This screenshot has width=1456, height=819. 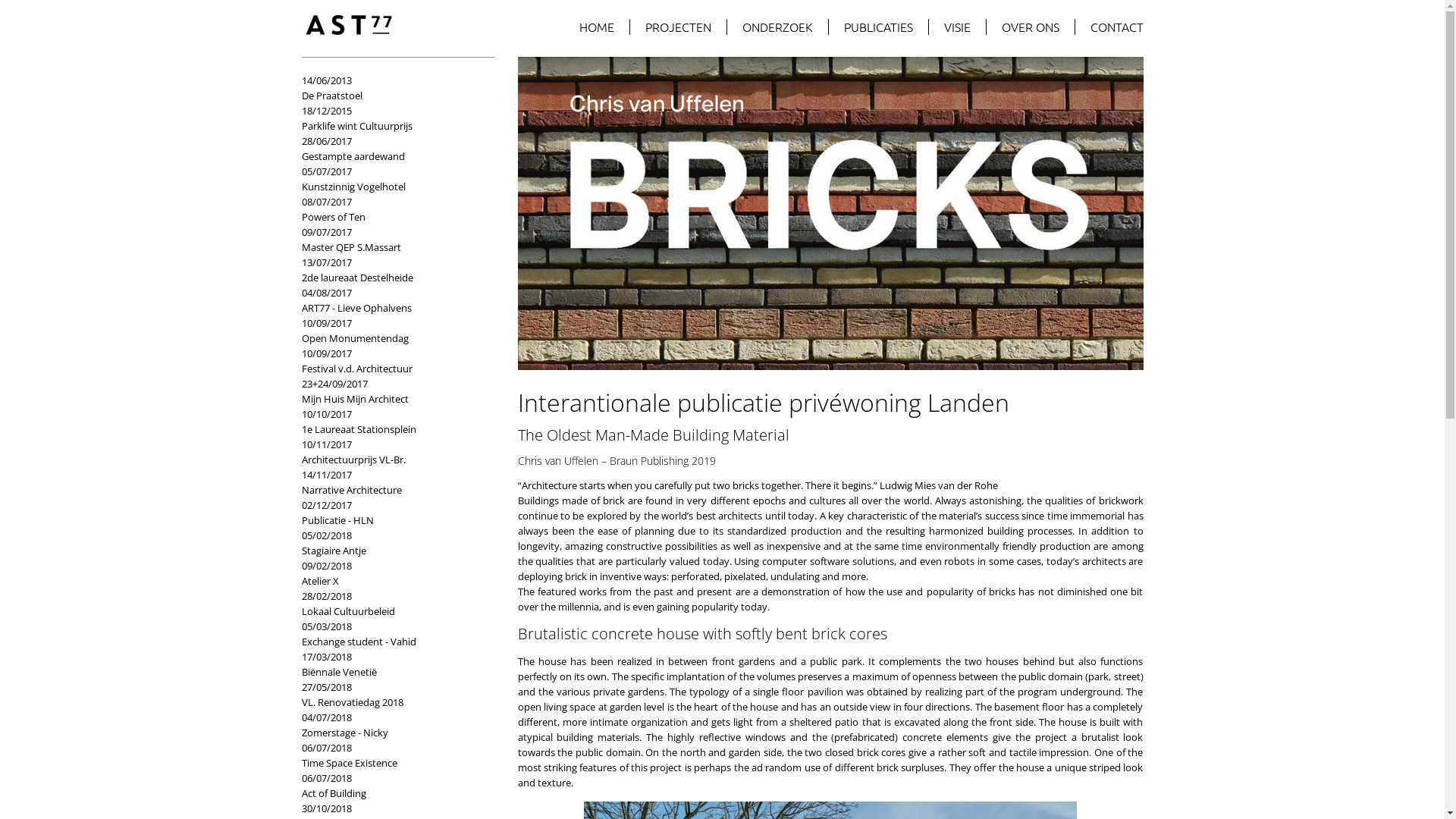 I want to click on '18/12/2015, so click(x=391, y=117).